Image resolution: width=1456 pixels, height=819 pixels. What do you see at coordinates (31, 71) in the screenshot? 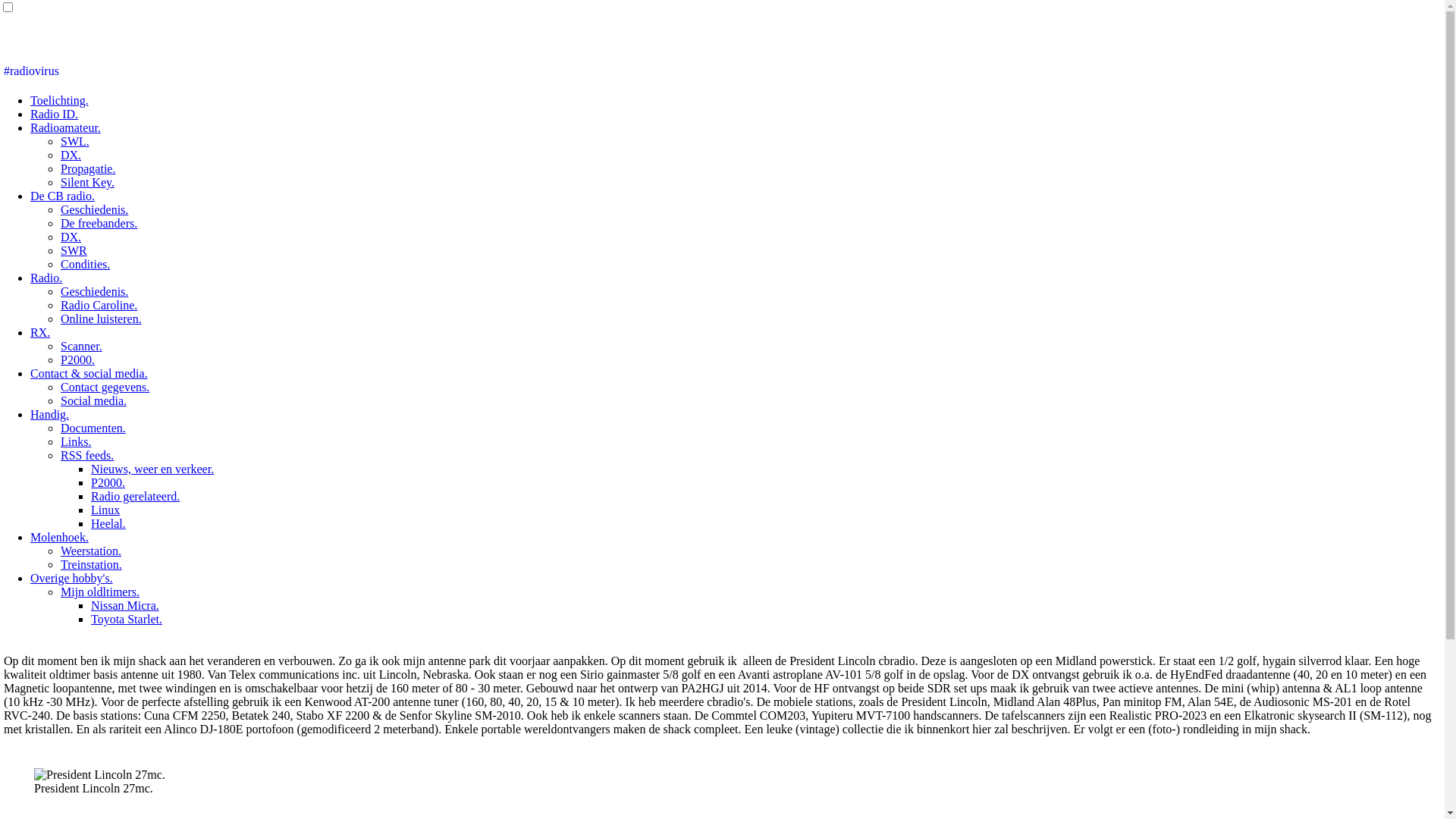
I see `'#radiovirus'` at bounding box center [31, 71].